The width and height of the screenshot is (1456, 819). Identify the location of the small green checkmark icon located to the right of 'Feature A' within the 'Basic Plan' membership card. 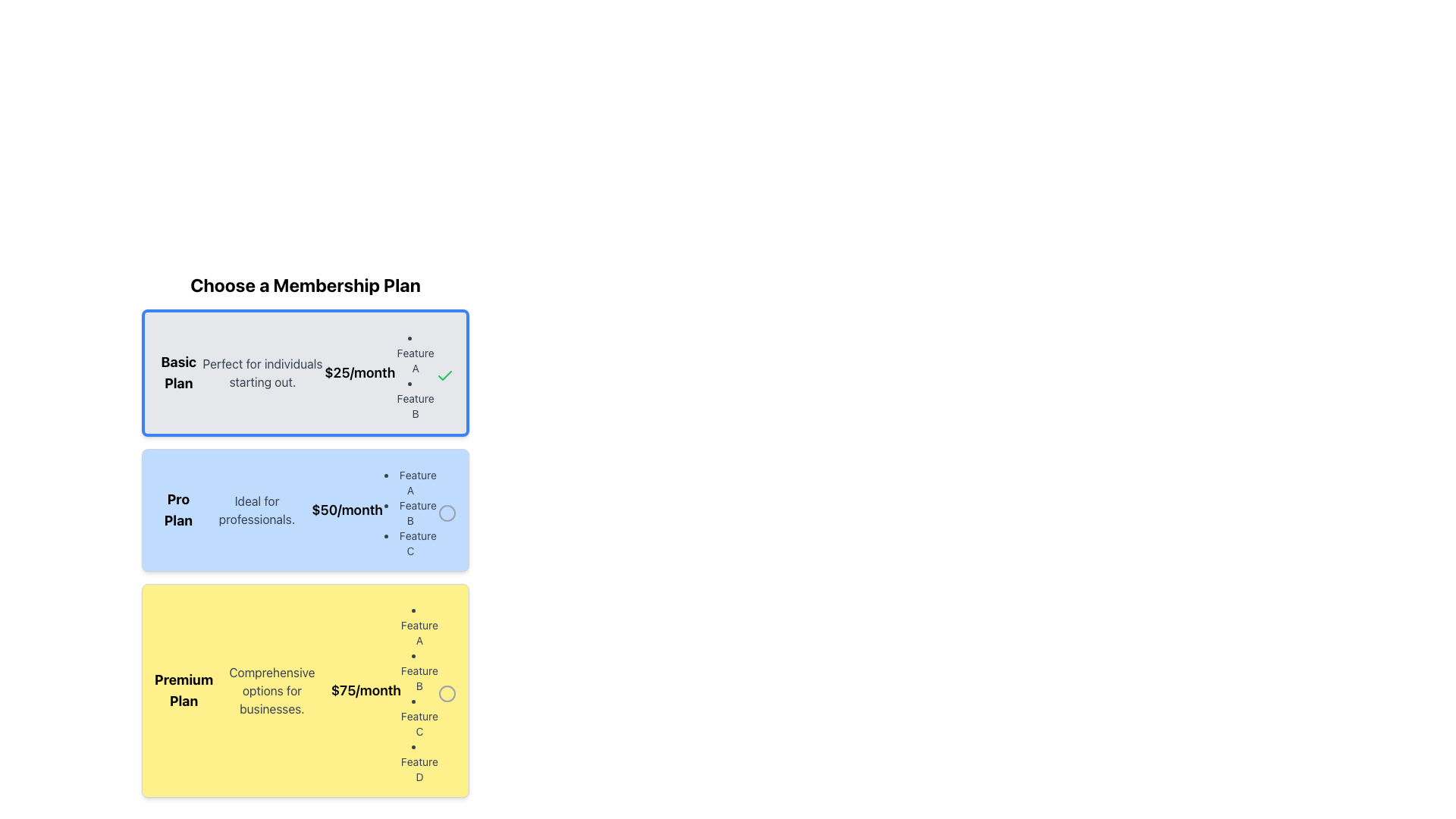
(444, 375).